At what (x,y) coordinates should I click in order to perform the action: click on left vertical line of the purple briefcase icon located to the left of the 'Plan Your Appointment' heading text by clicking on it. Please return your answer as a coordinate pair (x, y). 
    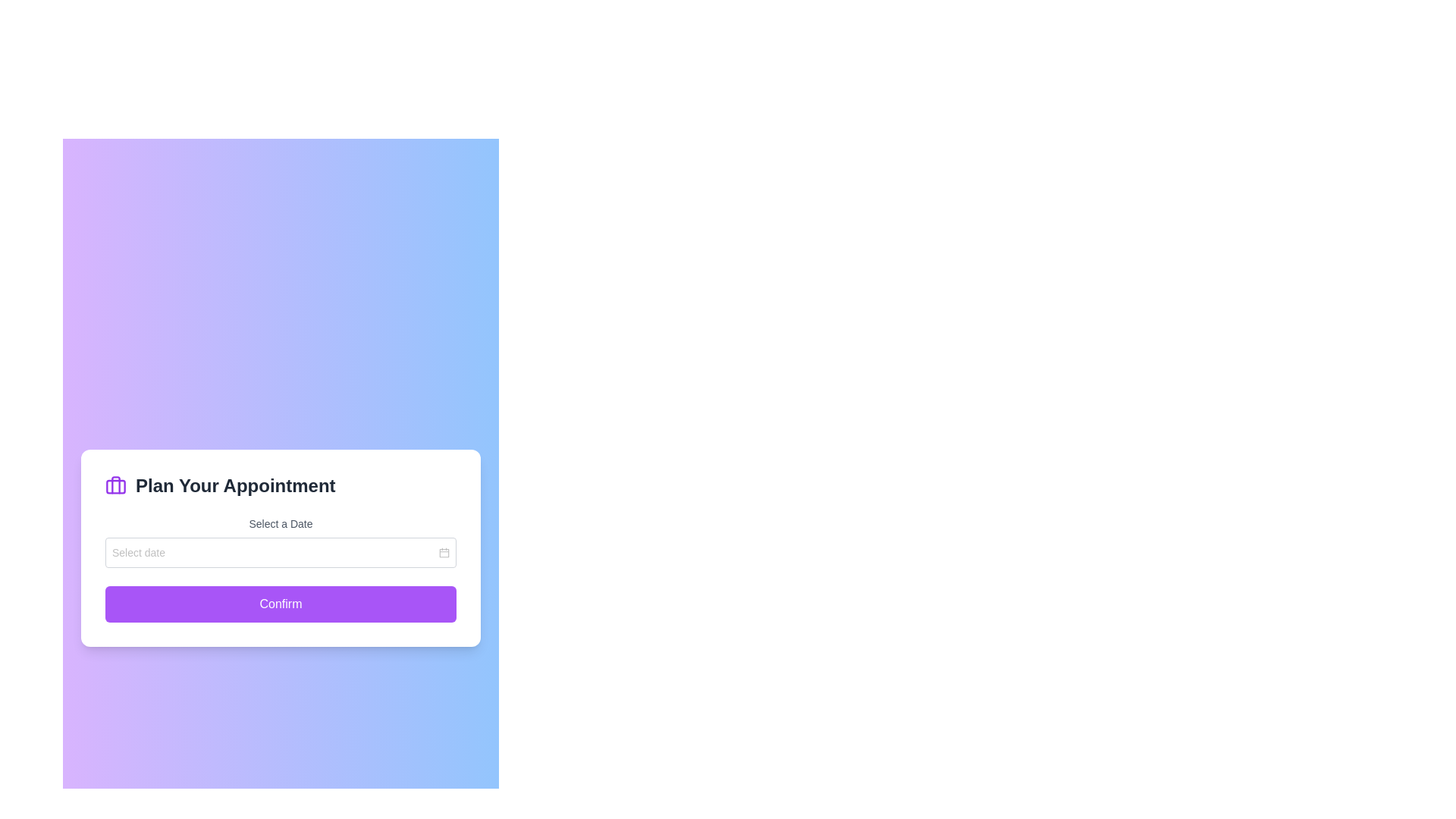
    Looking at the image, I should click on (115, 485).